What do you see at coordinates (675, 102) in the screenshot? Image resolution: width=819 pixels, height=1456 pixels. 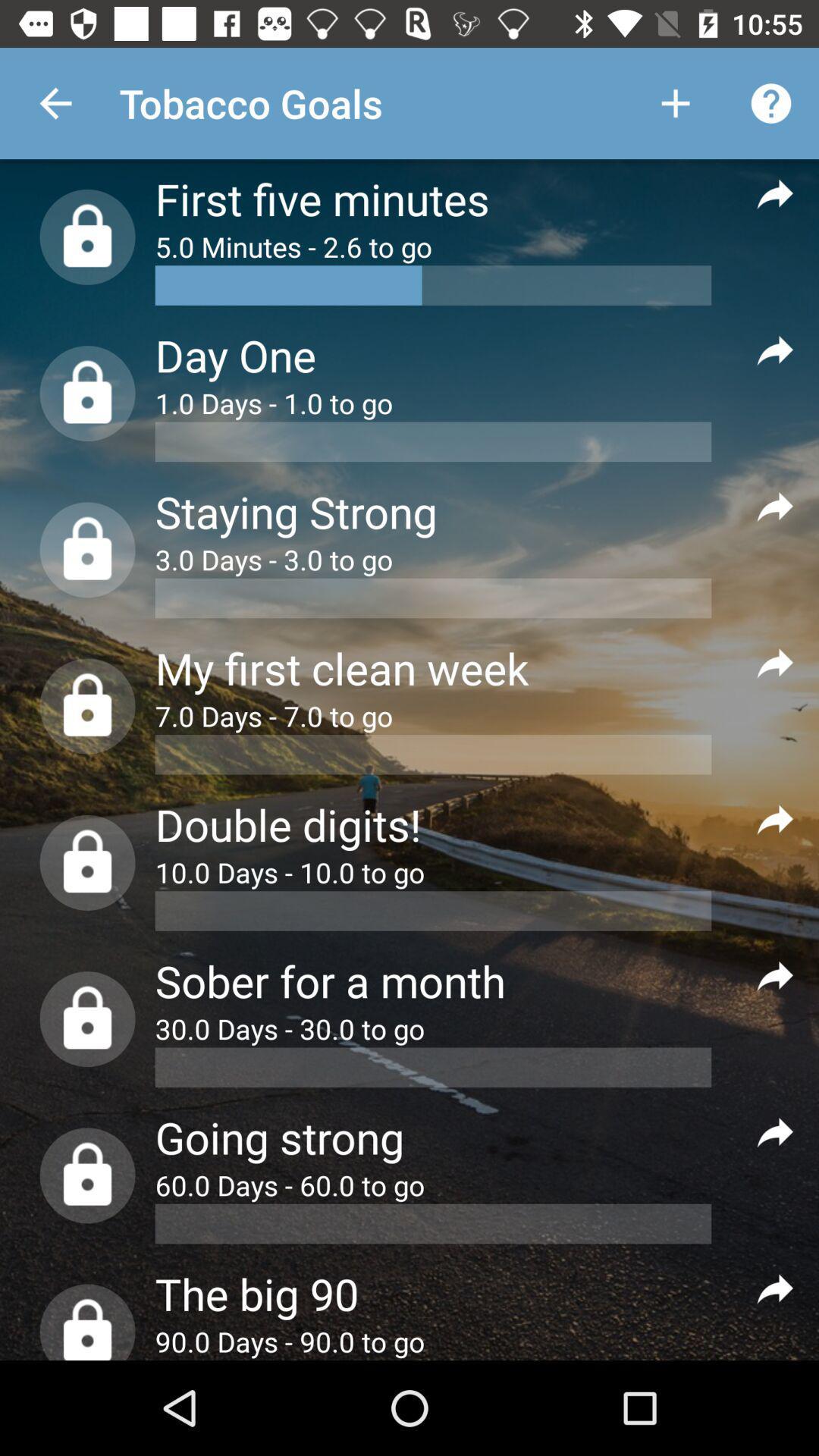 I see `app next to tobacco goals` at bounding box center [675, 102].